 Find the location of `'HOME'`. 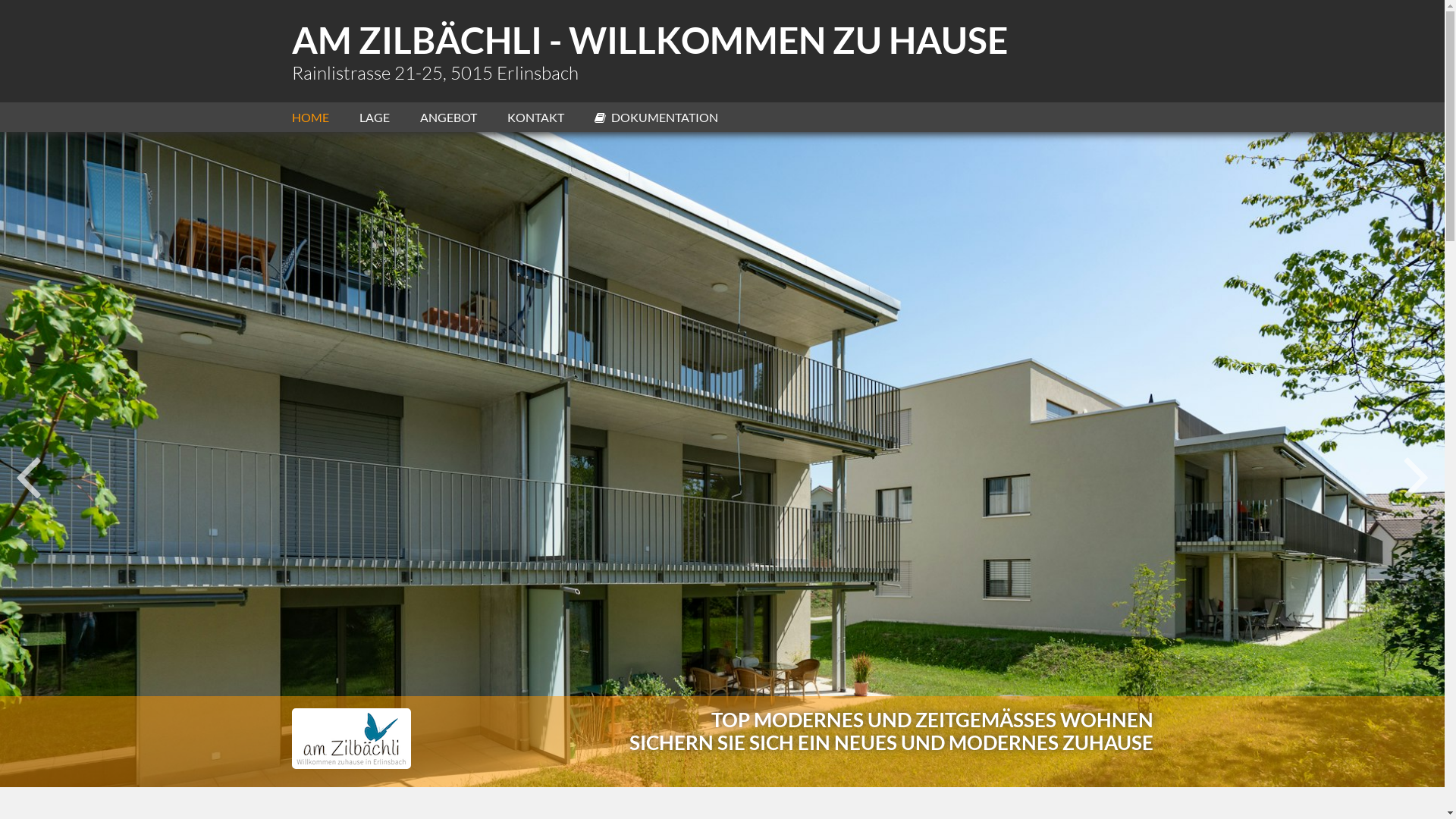

'HOME' is located at coordinates (324, 116).